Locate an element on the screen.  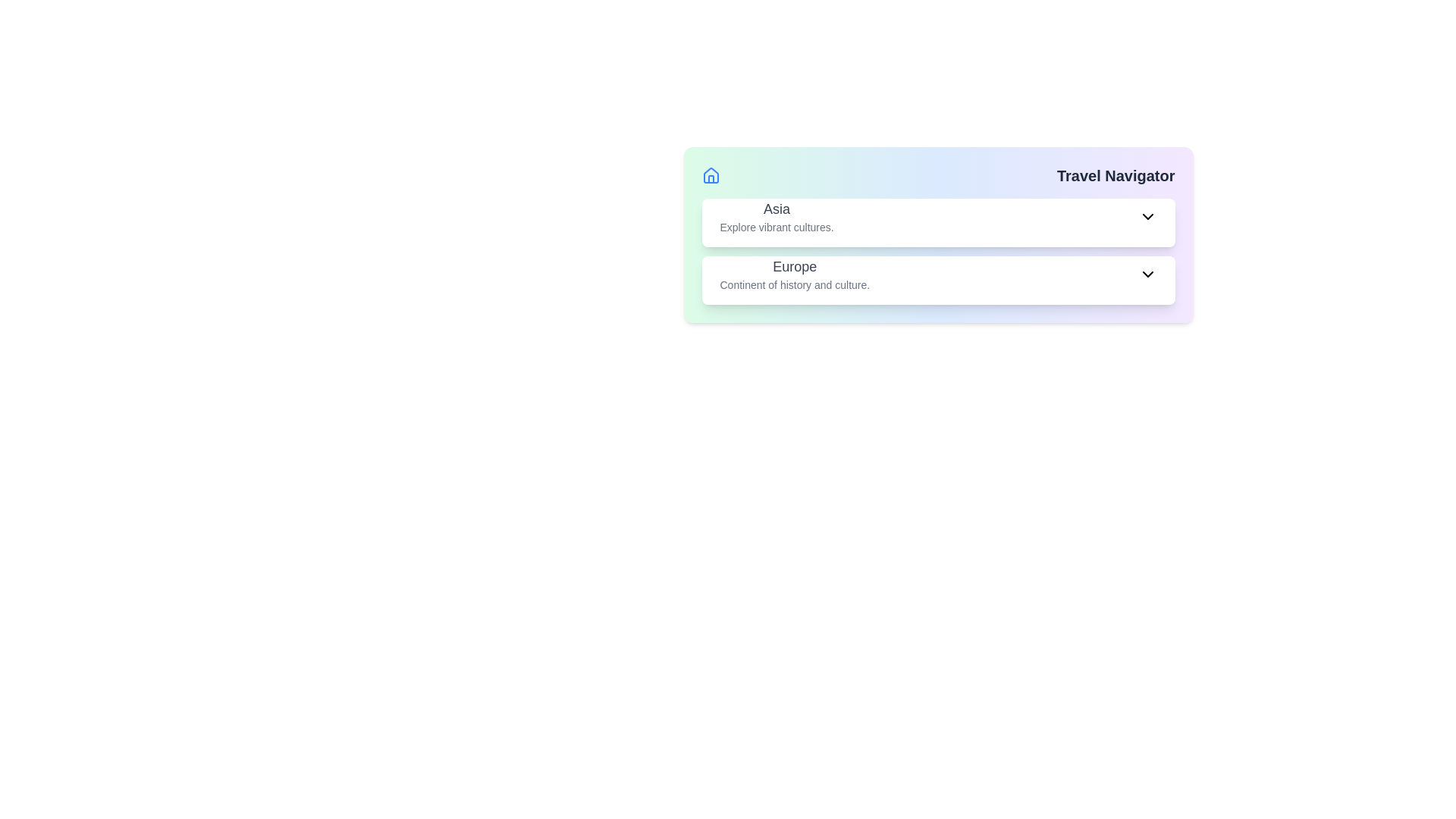
the 'Home' icon (SVG) located at the top-left corner of the 'Travel Navigator' panel is located at coordinates (710, 174).